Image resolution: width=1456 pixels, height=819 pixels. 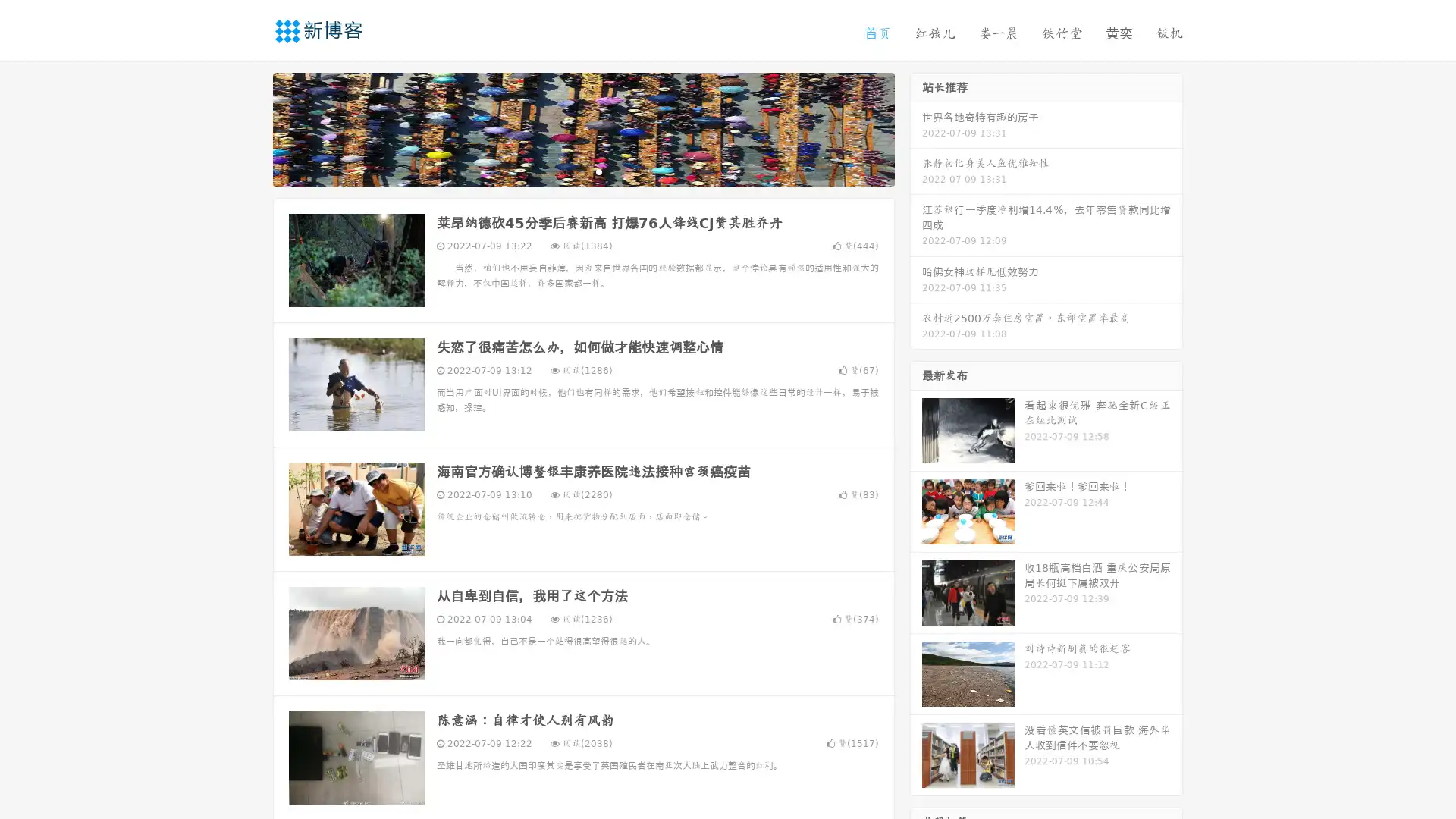 I want to click on Go to slide 3, so click(x=598, y=171).